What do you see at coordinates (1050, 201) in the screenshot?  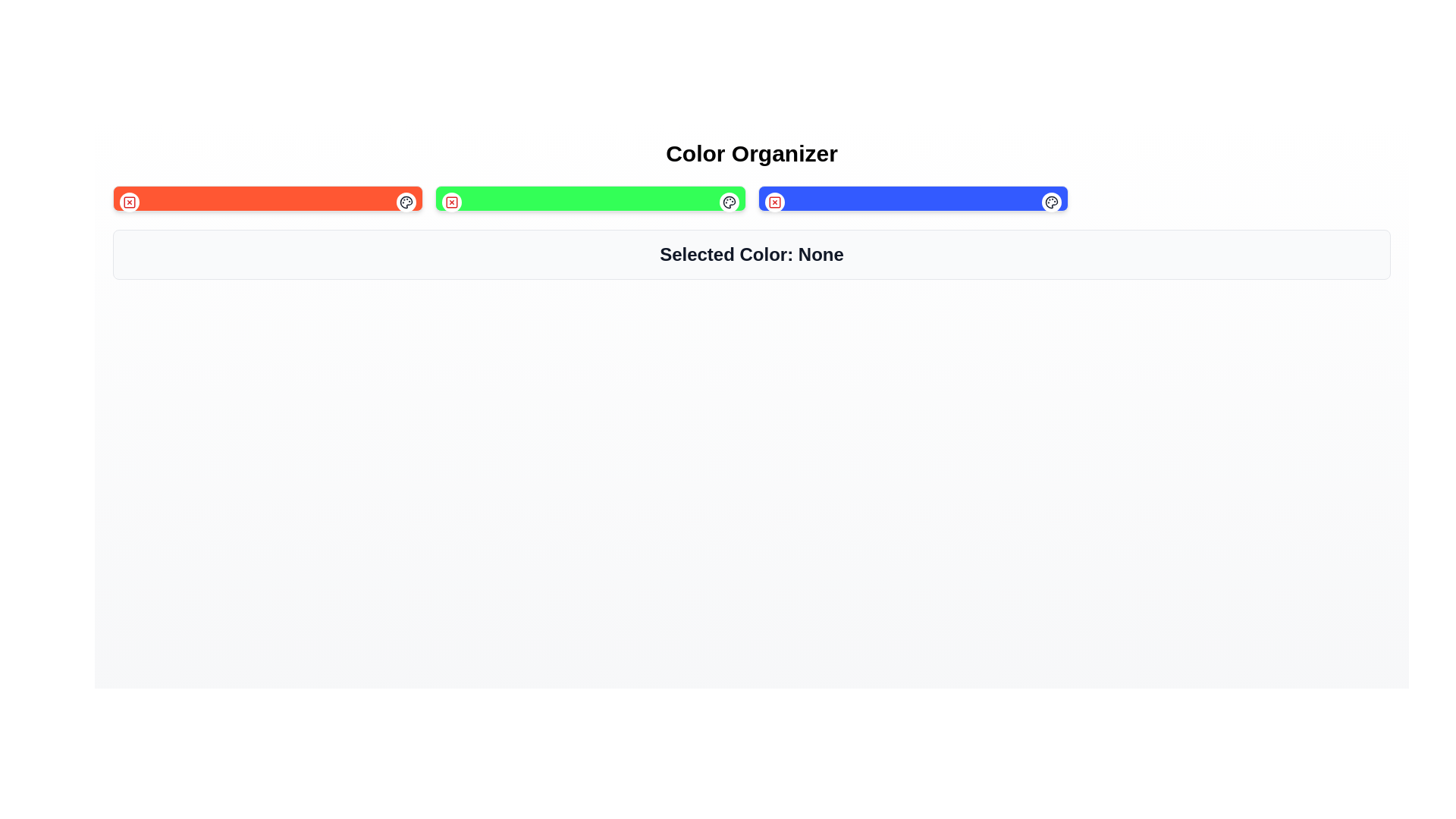 I see `the color palette icon located in the circular button on the right side of the blue rectangular area` at bounding box center [1050, 201].